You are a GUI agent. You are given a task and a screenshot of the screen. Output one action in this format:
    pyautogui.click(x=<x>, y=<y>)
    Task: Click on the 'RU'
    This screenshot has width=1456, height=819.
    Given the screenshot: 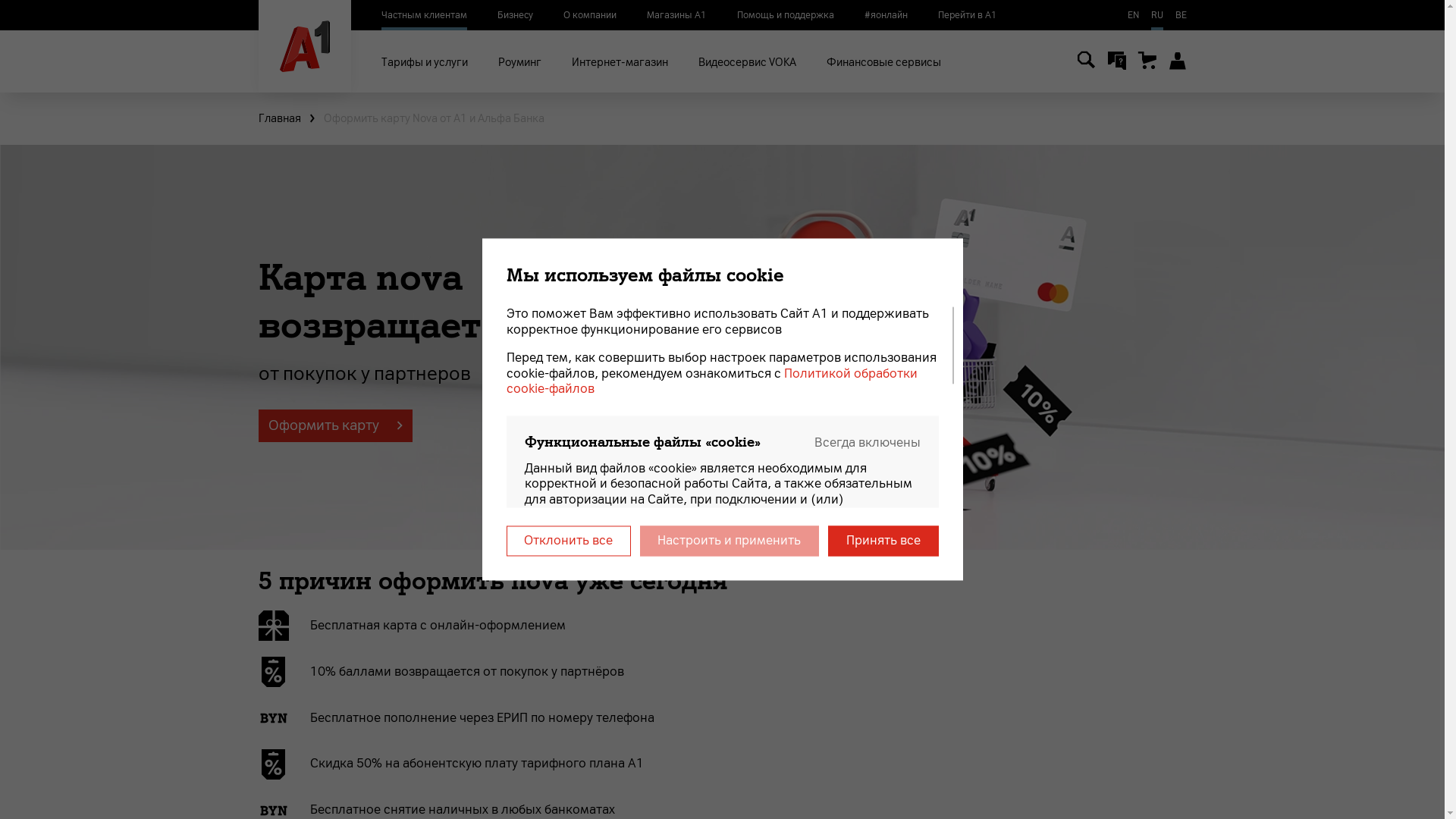 What is the action you would take?
    pyautogui.click(x=1150, y=14)
    